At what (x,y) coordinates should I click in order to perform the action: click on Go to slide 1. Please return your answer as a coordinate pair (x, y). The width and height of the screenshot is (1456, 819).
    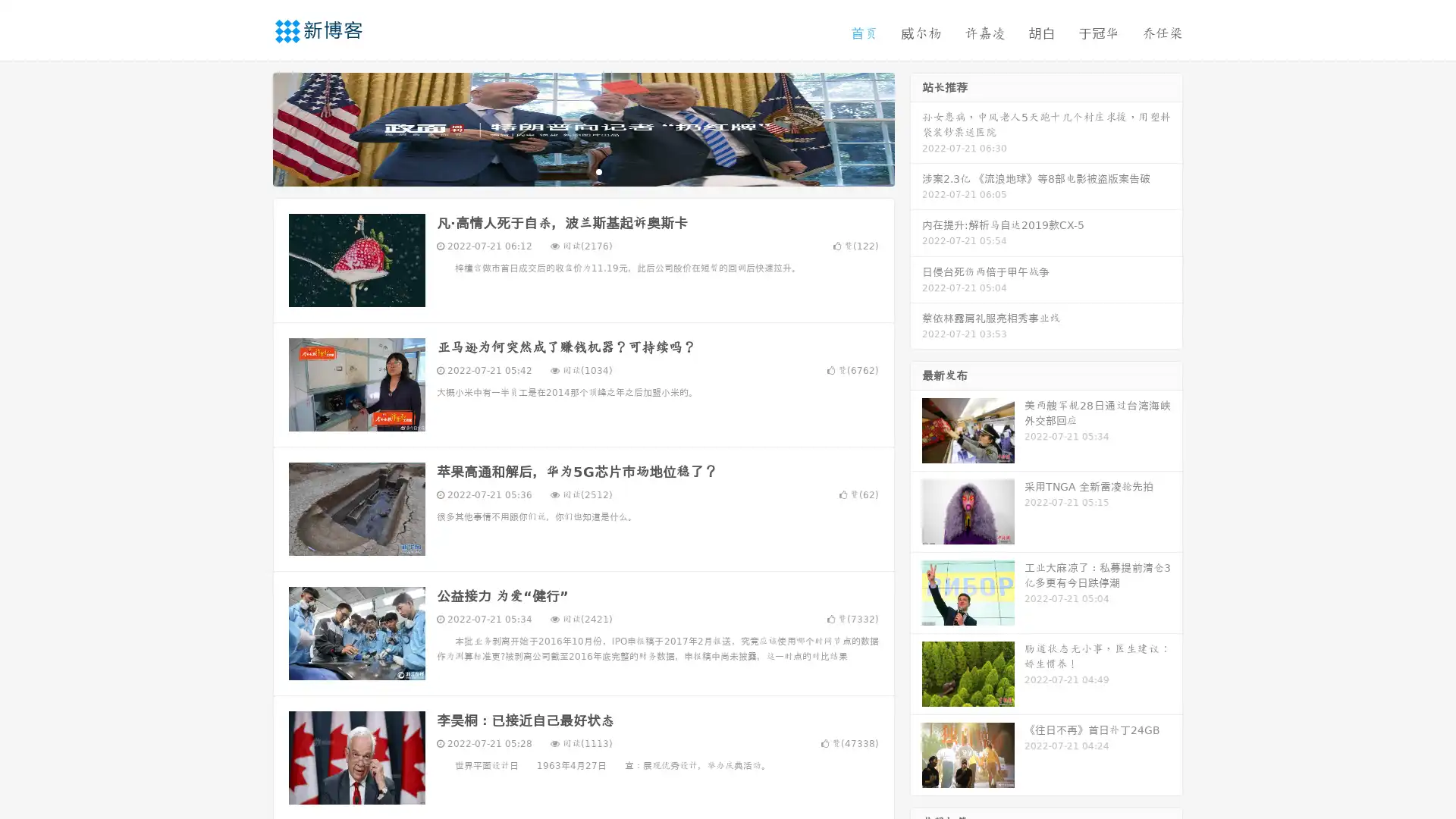
    Looking at the image, I should click on (567, 171).